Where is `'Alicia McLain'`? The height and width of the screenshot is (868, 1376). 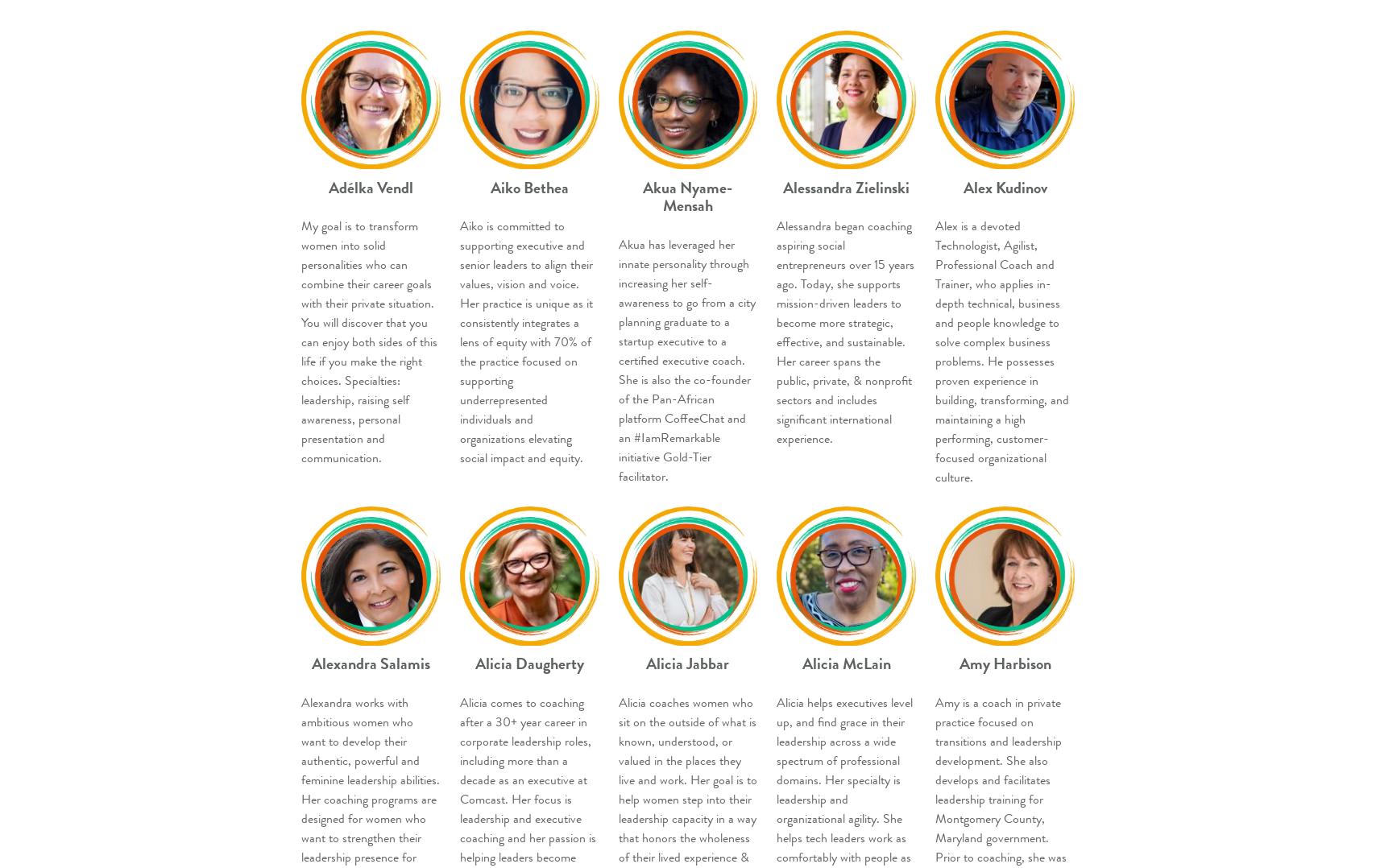
'Alicia McLain' is located at coordinates (846, 663).